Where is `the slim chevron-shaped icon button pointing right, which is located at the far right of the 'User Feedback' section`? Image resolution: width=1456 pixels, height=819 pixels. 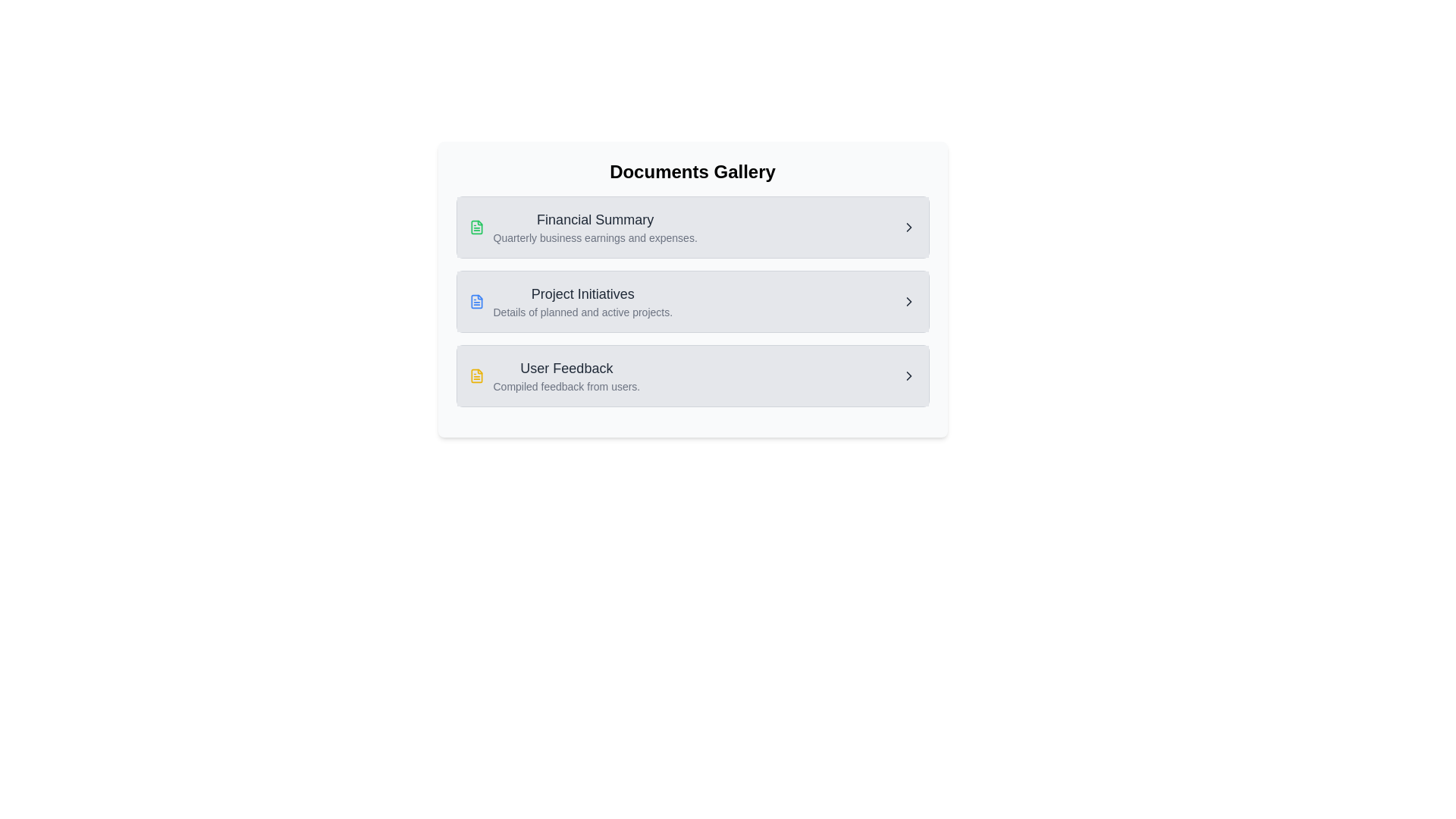 the slim chevron-shaped icon button pointing right, which is located at the far right of the 'User Feedback' section is located at coordinates (908, 375).